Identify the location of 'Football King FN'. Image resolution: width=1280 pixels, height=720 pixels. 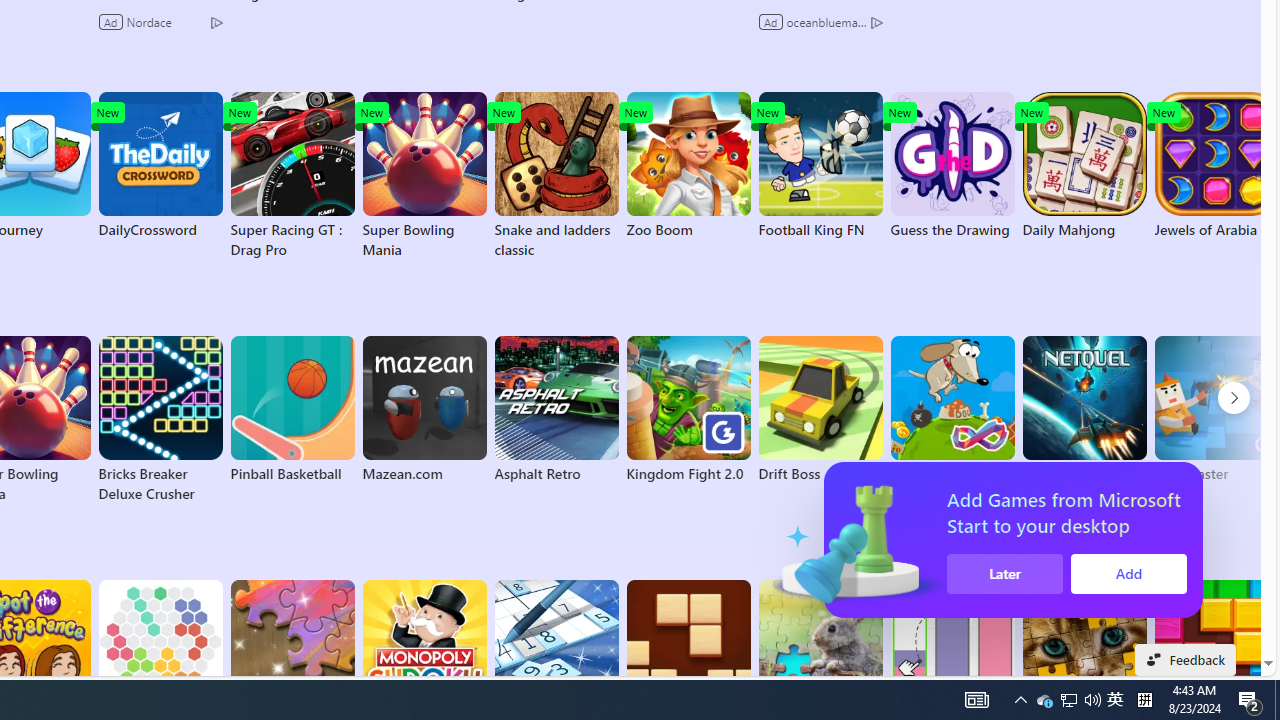
(820, 164).